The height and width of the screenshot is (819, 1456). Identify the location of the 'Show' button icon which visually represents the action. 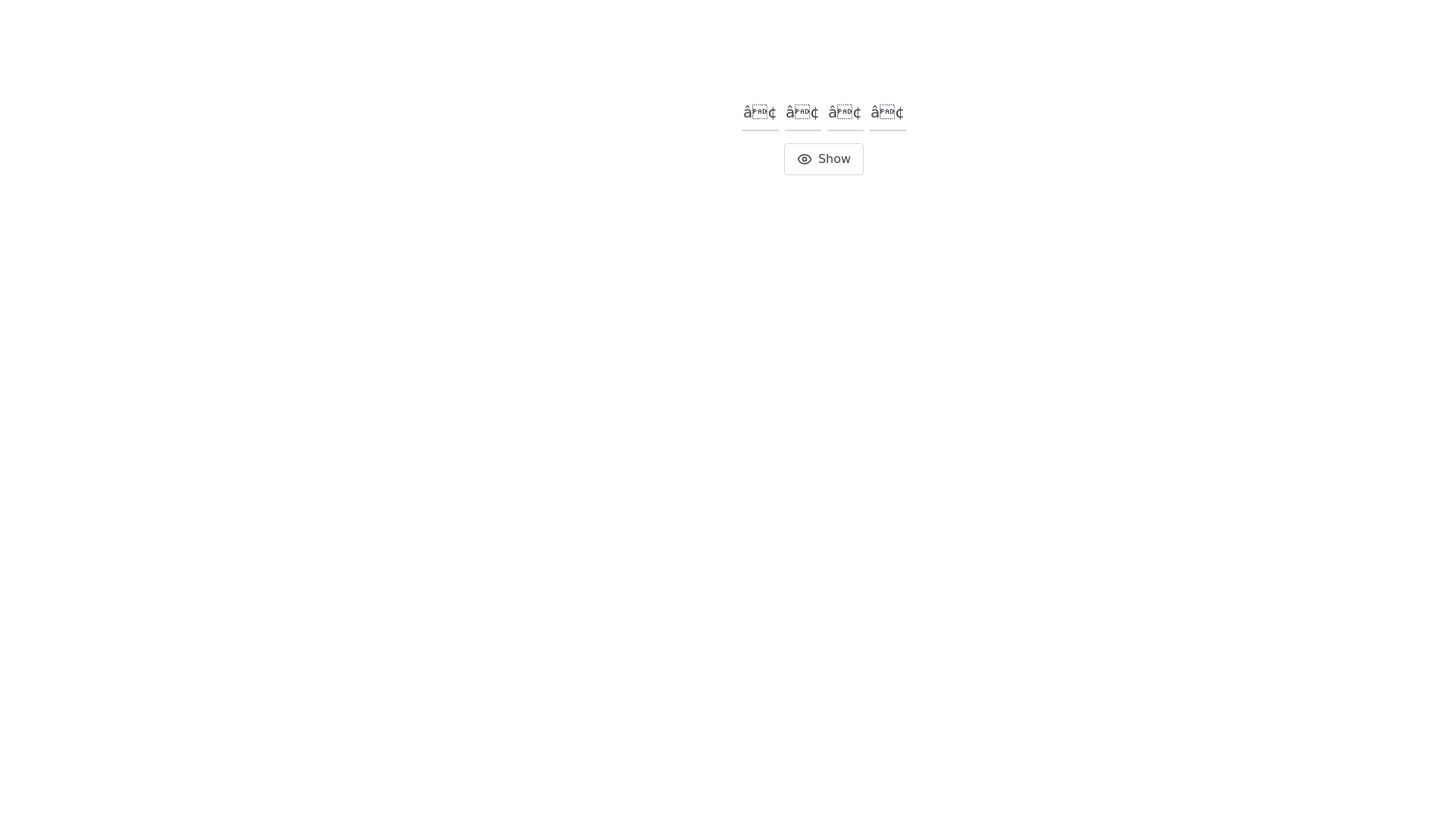
(803, 158).